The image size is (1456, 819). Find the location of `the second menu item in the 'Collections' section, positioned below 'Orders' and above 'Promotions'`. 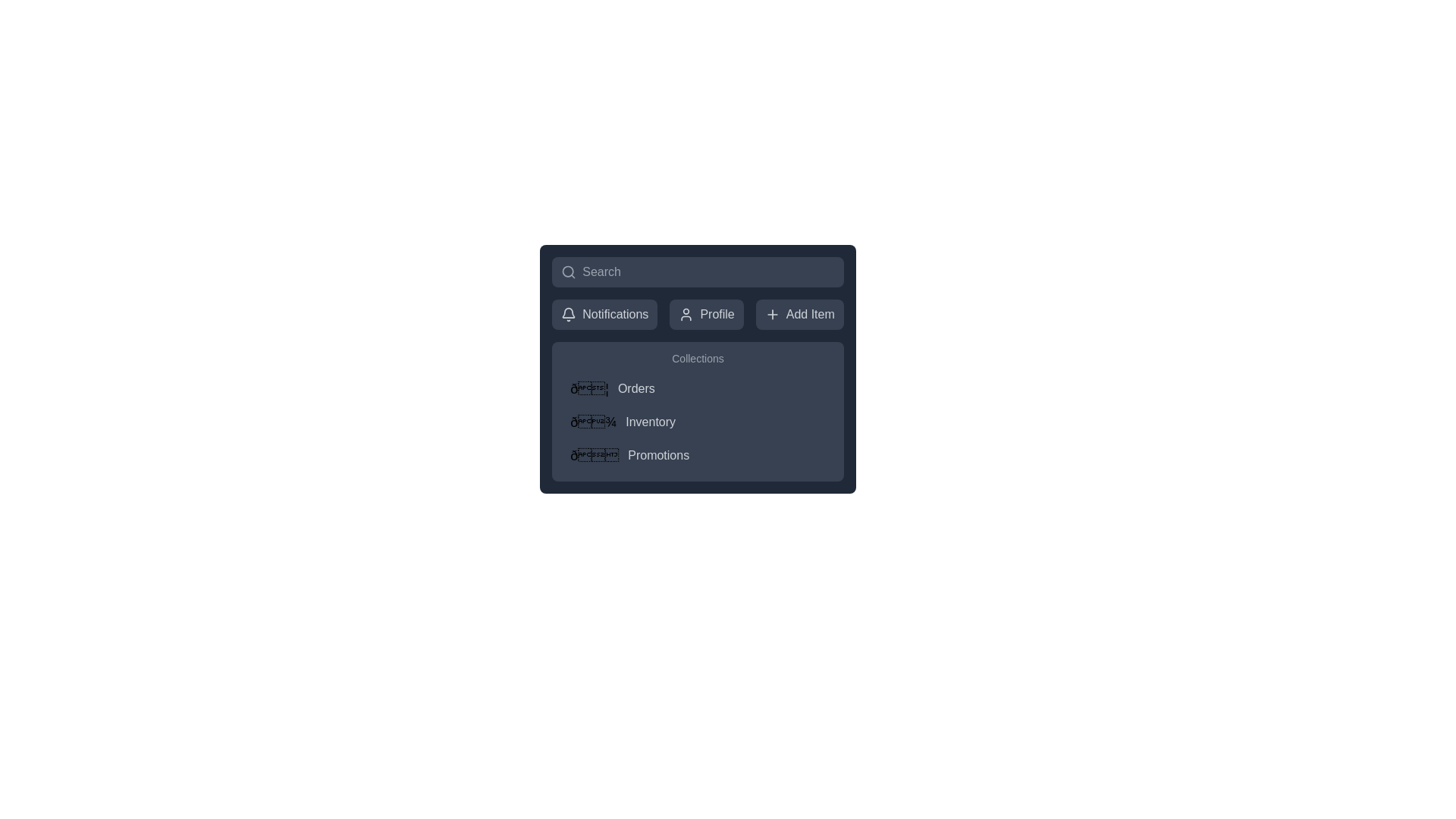

the second menu item in the 'Collections' section, positioned below 'Orders' and above 'Promotions' is located at coordinates (697, 422).